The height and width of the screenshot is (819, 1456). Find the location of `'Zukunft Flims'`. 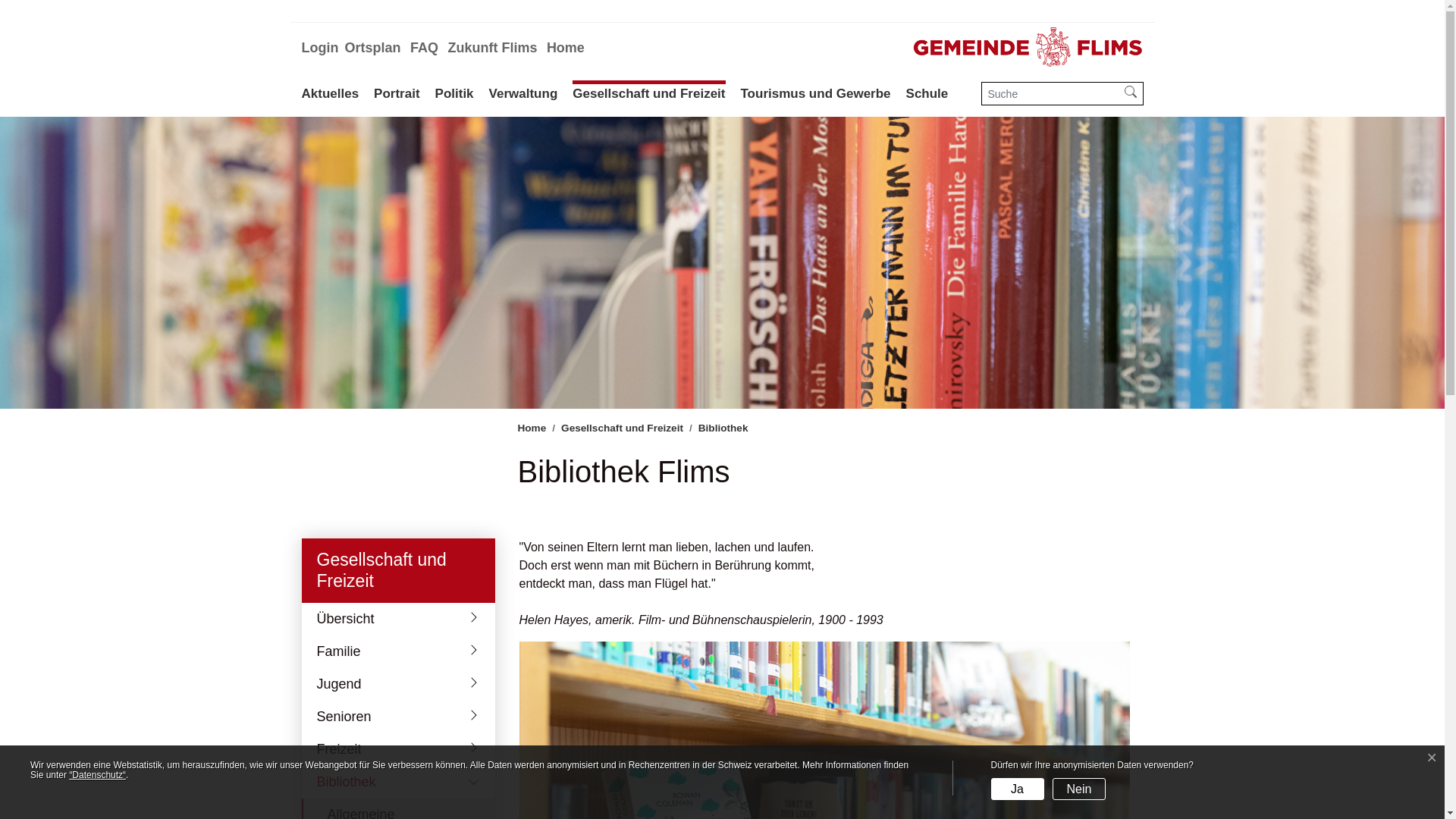

'Zukunft Flims' is located at coordinates (491, 47).